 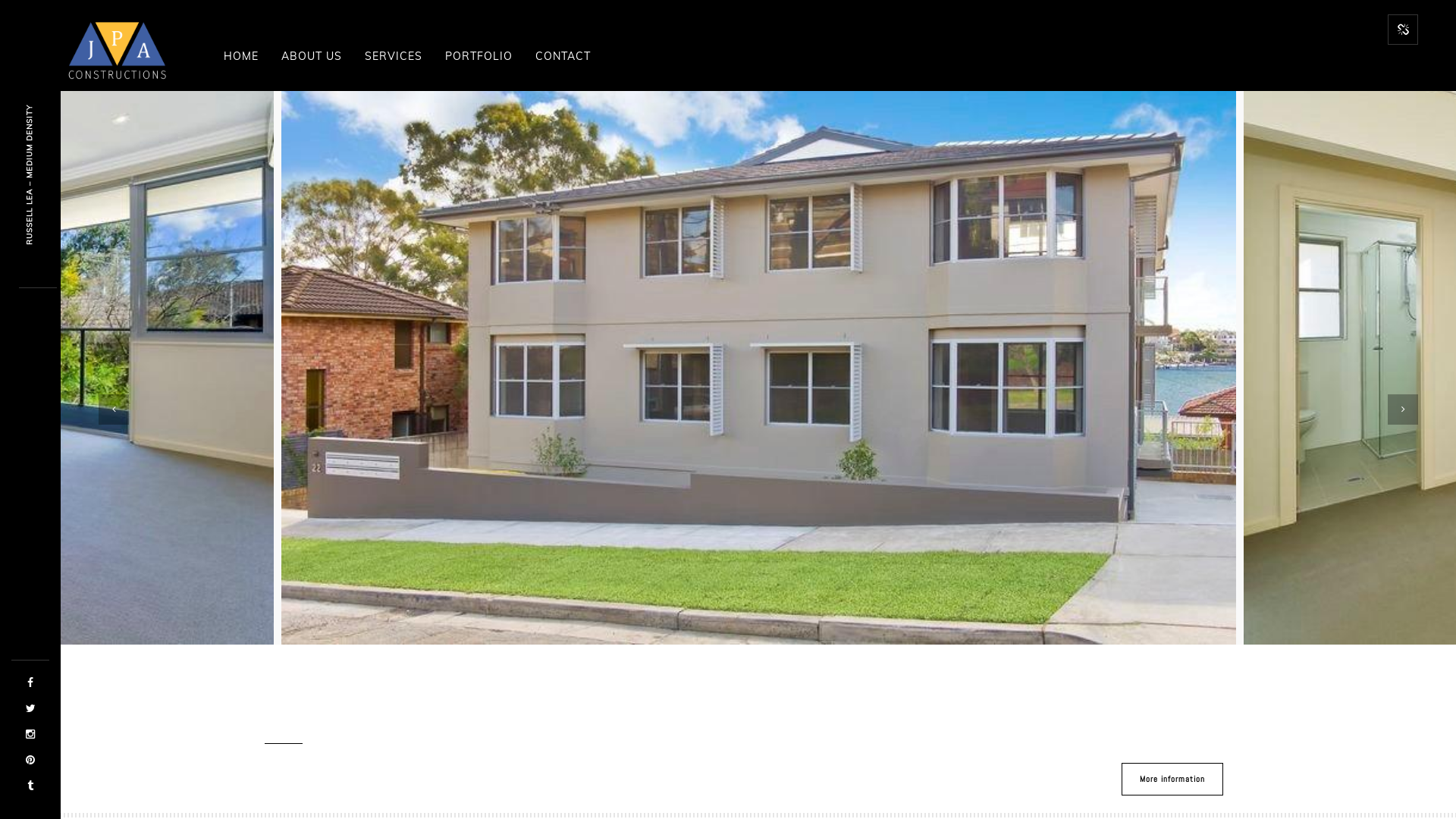 What do you see at coordinates (269, 55) in the screenshot?
I see `'ABOUT US'` at bounding box center [269, 55].